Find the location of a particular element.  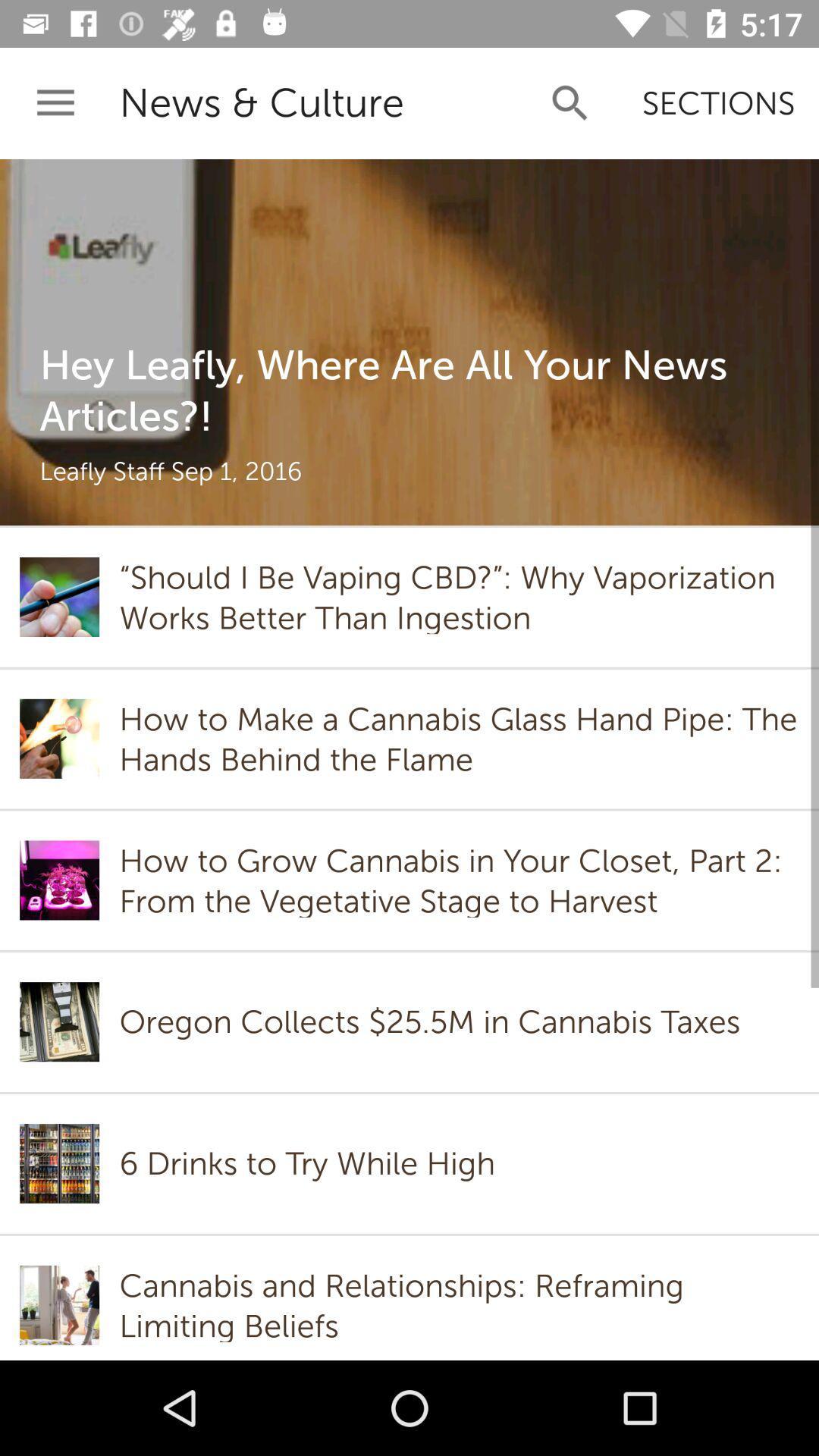

the icon above 6 drinks to is located at coordinates (434, 1021).